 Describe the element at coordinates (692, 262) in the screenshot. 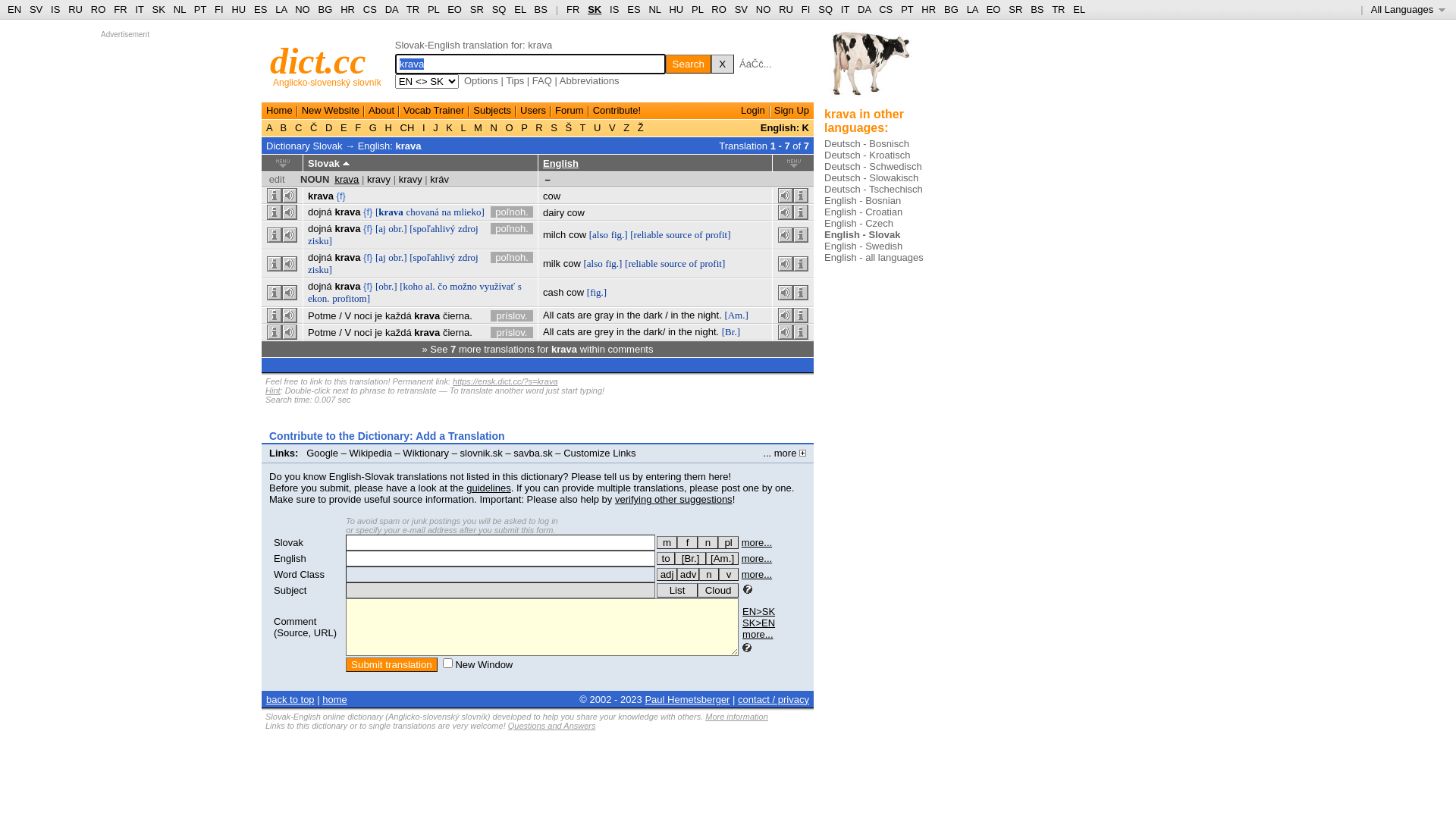

I see `'of'` at that location.